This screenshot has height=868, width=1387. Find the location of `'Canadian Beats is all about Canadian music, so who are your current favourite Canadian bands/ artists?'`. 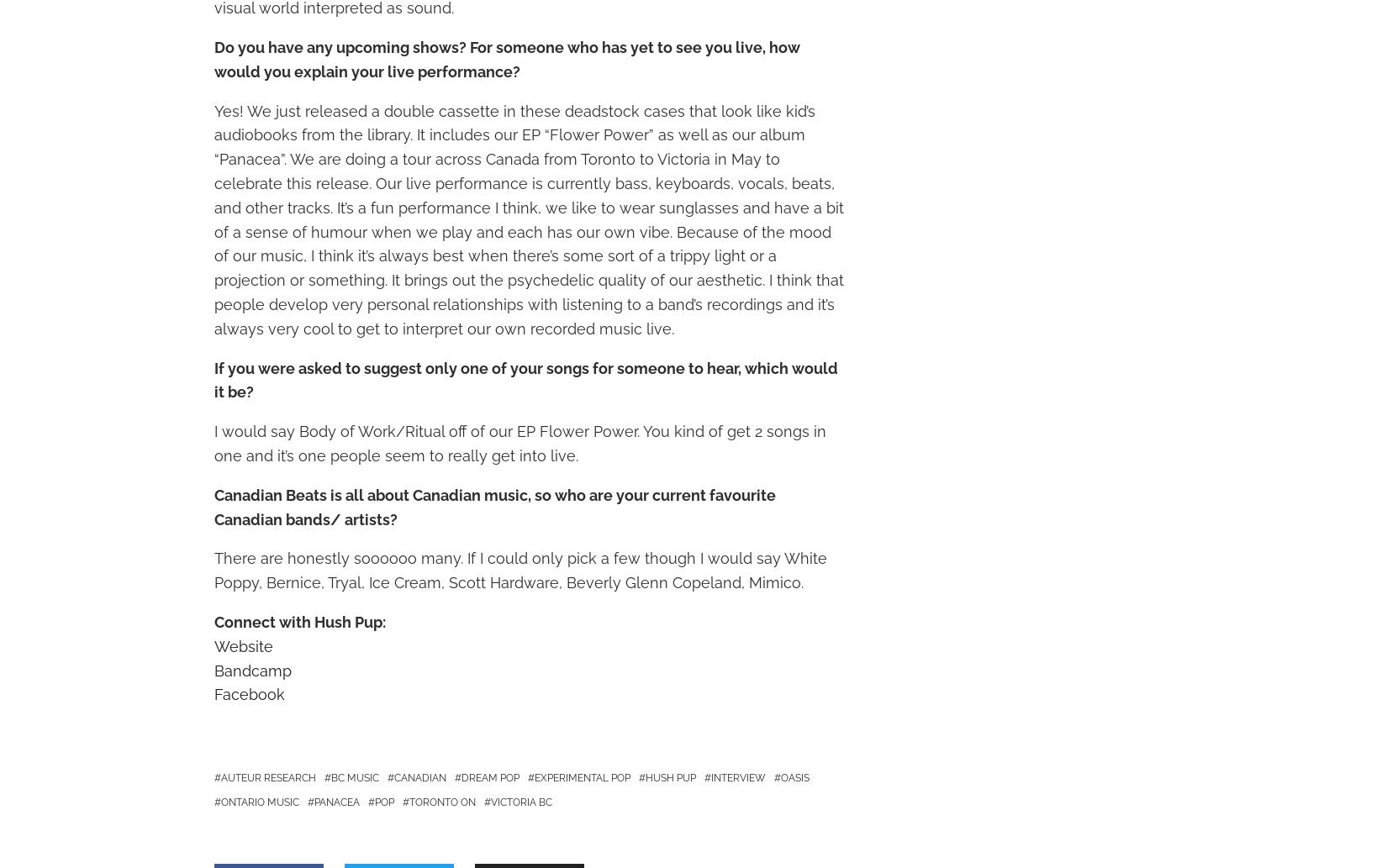

'Canadian Beats is all about Canadian music, so who are your current favourite Canadian bands/ artists?' is located at coordinates (494, 505).